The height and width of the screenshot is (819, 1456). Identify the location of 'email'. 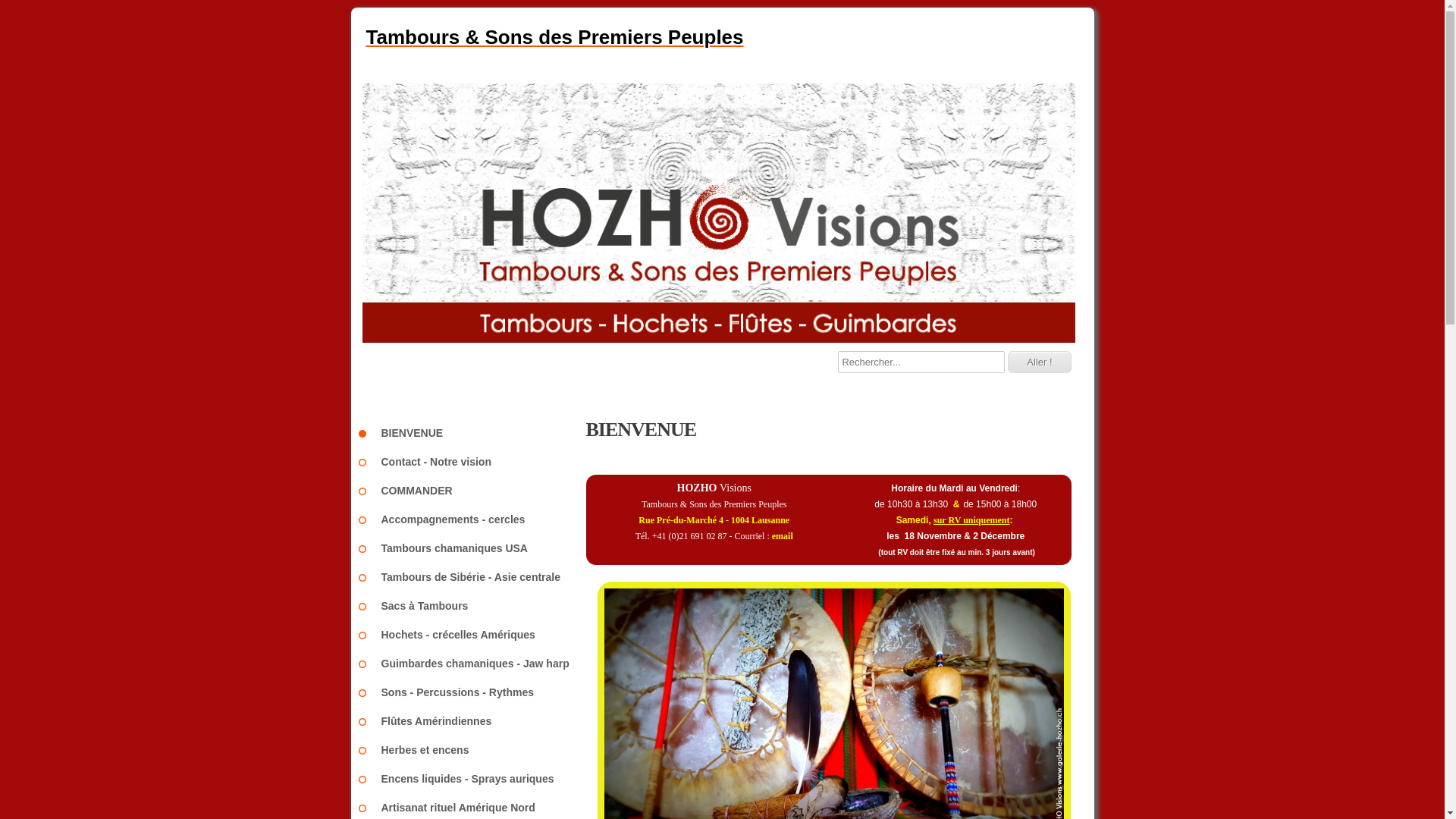
(771, 535).